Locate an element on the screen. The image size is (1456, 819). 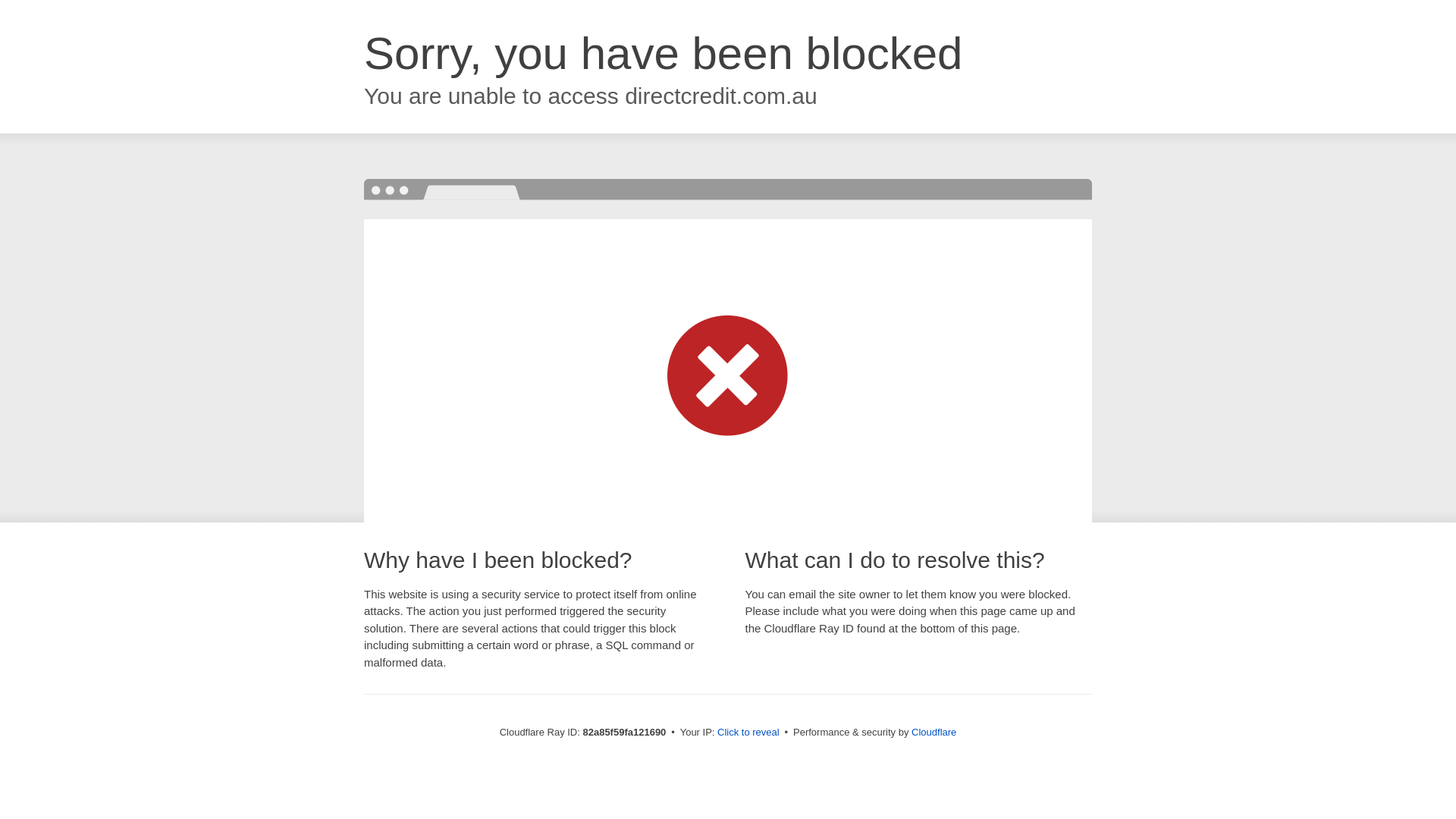
'Click to reveal' is located at coordinates (716, 731).